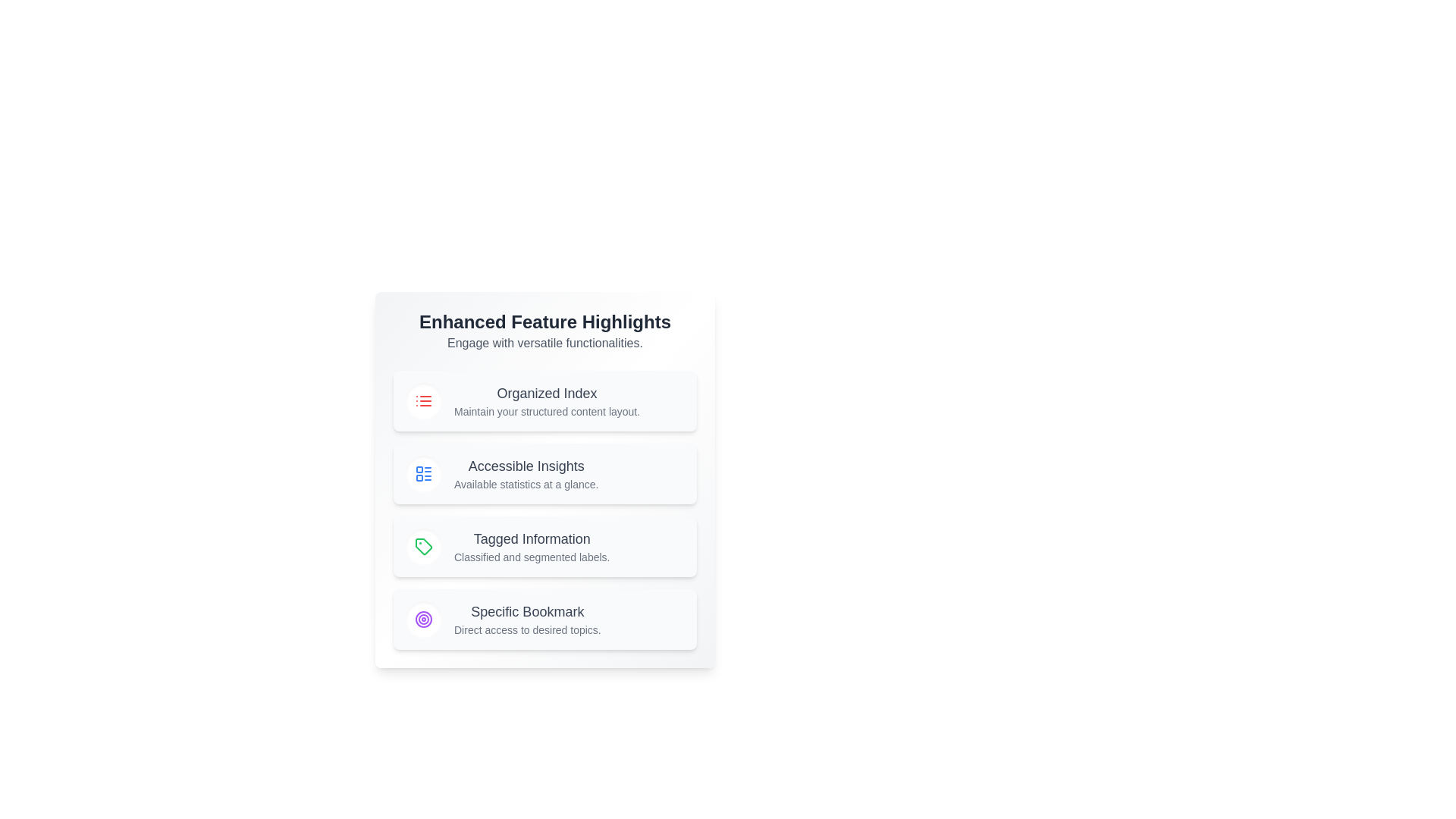  What do you see at coordinates (545, 620) in the screenshot?
I see `the feature item titled 'Specific Bookmark'` at bounding box center [545, 620].